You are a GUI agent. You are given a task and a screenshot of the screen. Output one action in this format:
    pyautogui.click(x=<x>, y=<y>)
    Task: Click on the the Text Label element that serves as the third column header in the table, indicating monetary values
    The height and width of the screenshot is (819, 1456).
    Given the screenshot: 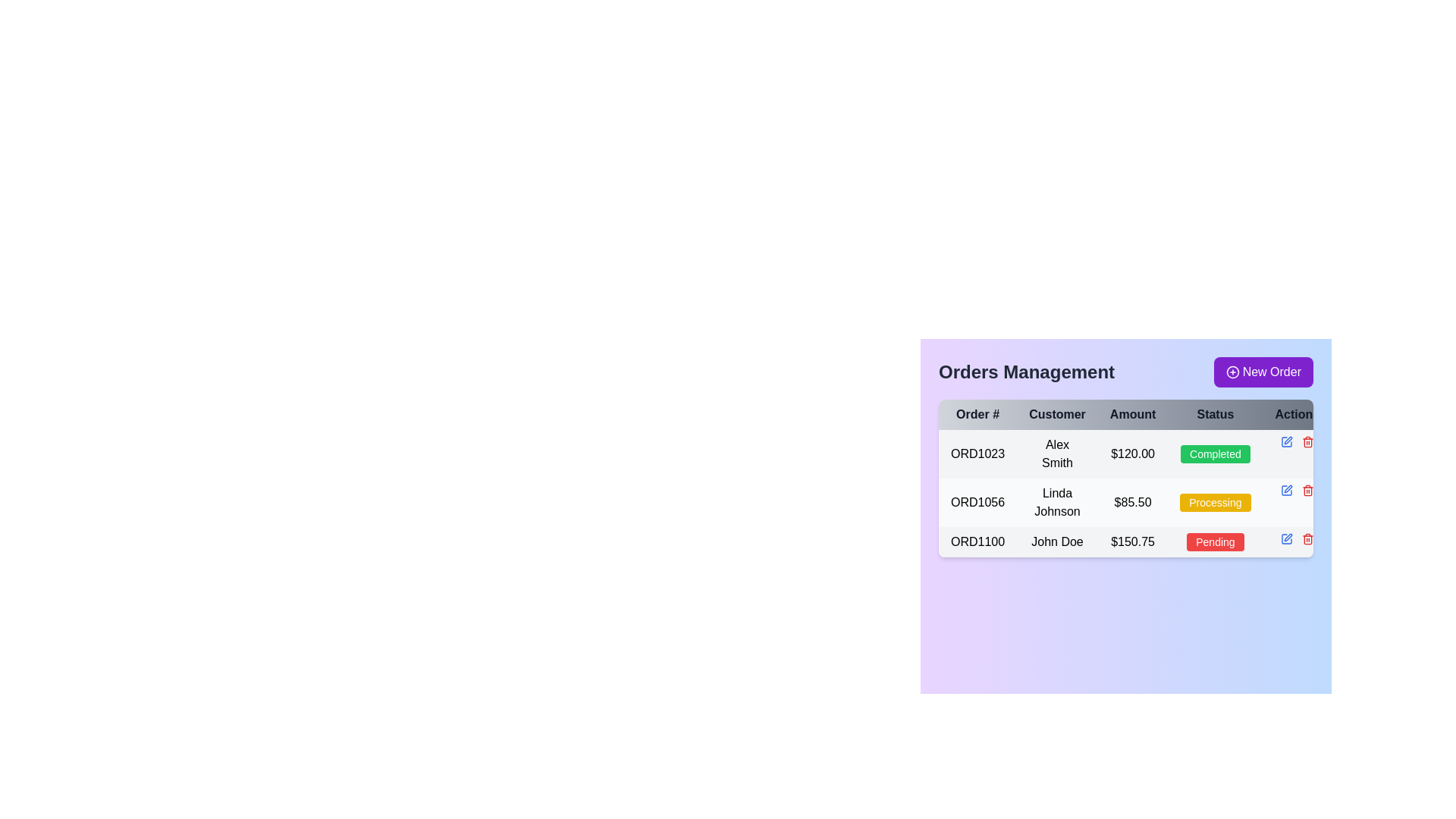 What is the action you would take?
    pyautogui.click(x=1133, y=415)
    